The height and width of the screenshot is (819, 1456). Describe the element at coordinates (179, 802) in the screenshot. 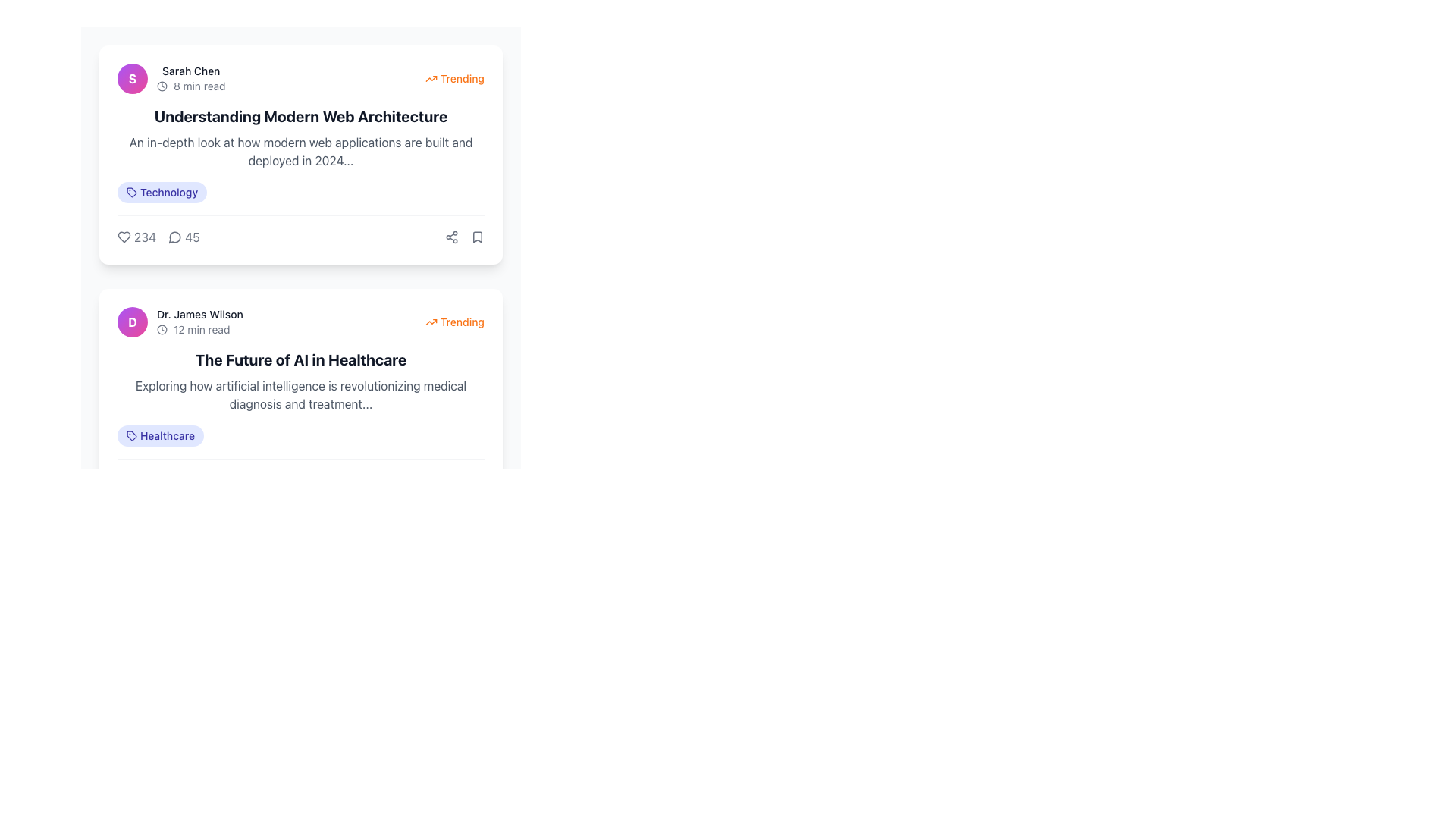

I see `the first button in the pagination control area, which is styled with a rounded shape and a white background` at that location.